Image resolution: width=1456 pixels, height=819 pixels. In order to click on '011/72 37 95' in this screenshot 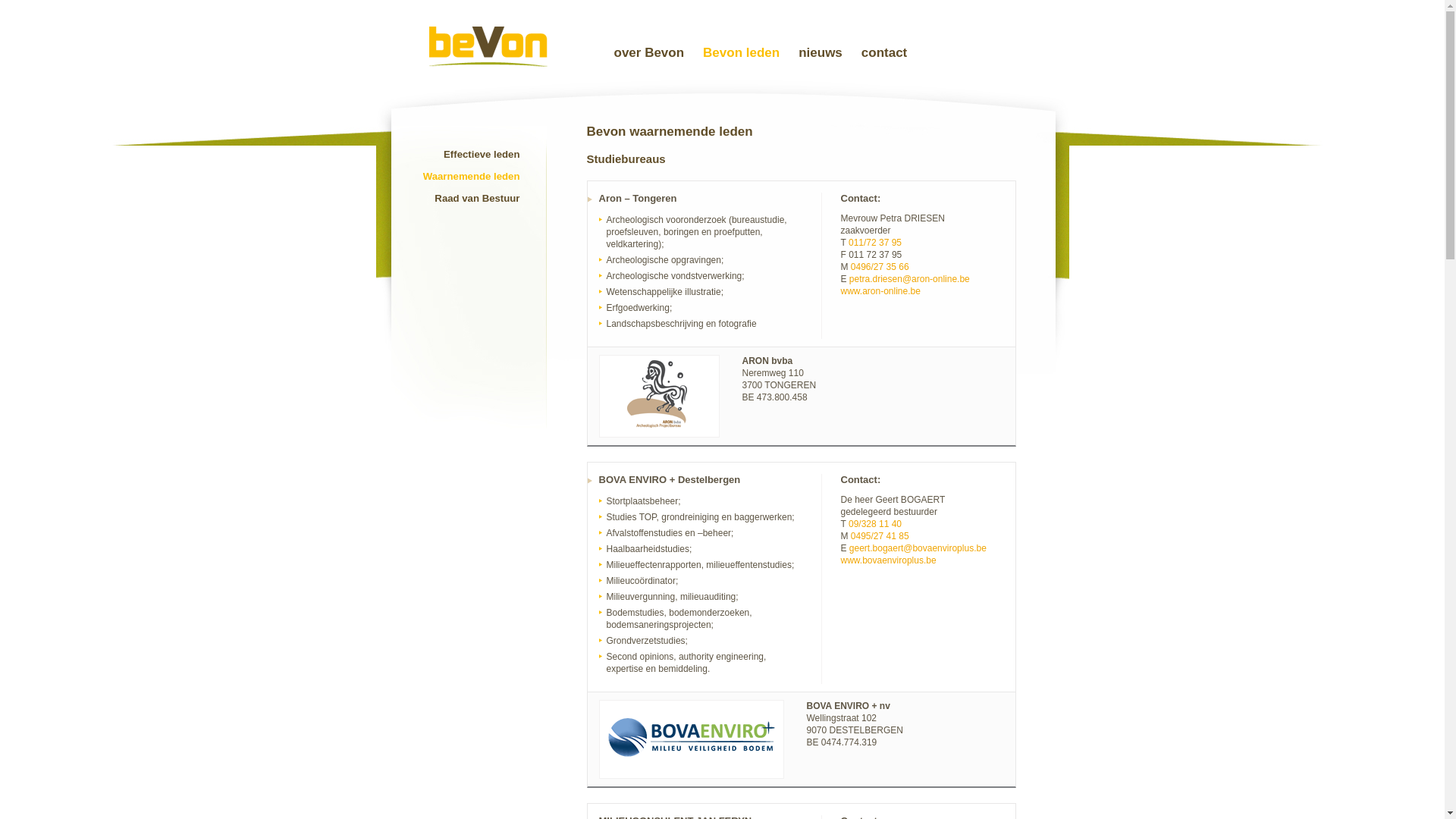, I will do `click(847, 242)`.